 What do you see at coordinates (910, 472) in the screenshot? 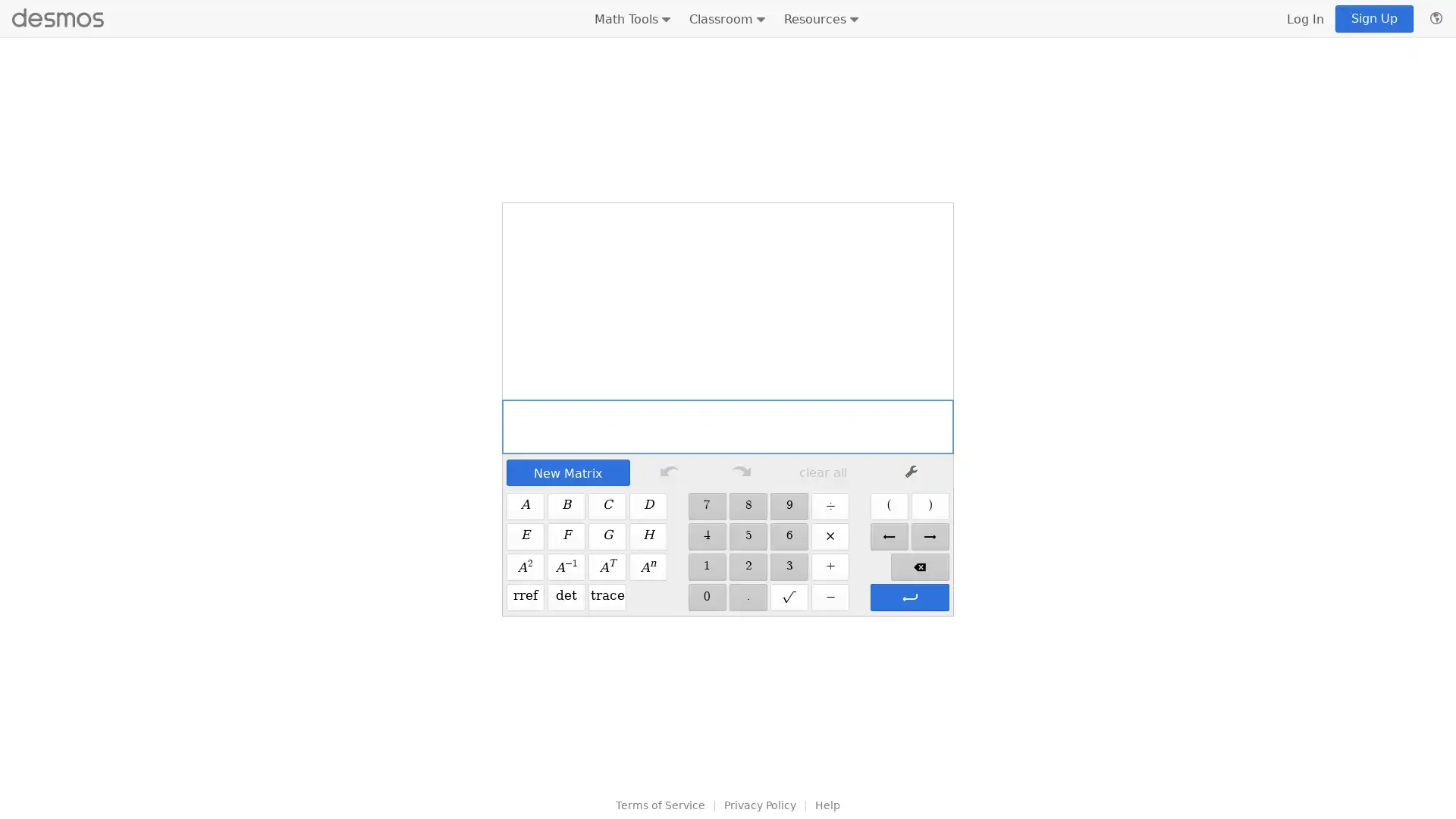
I see `settings` at bounding box center [910, 472].